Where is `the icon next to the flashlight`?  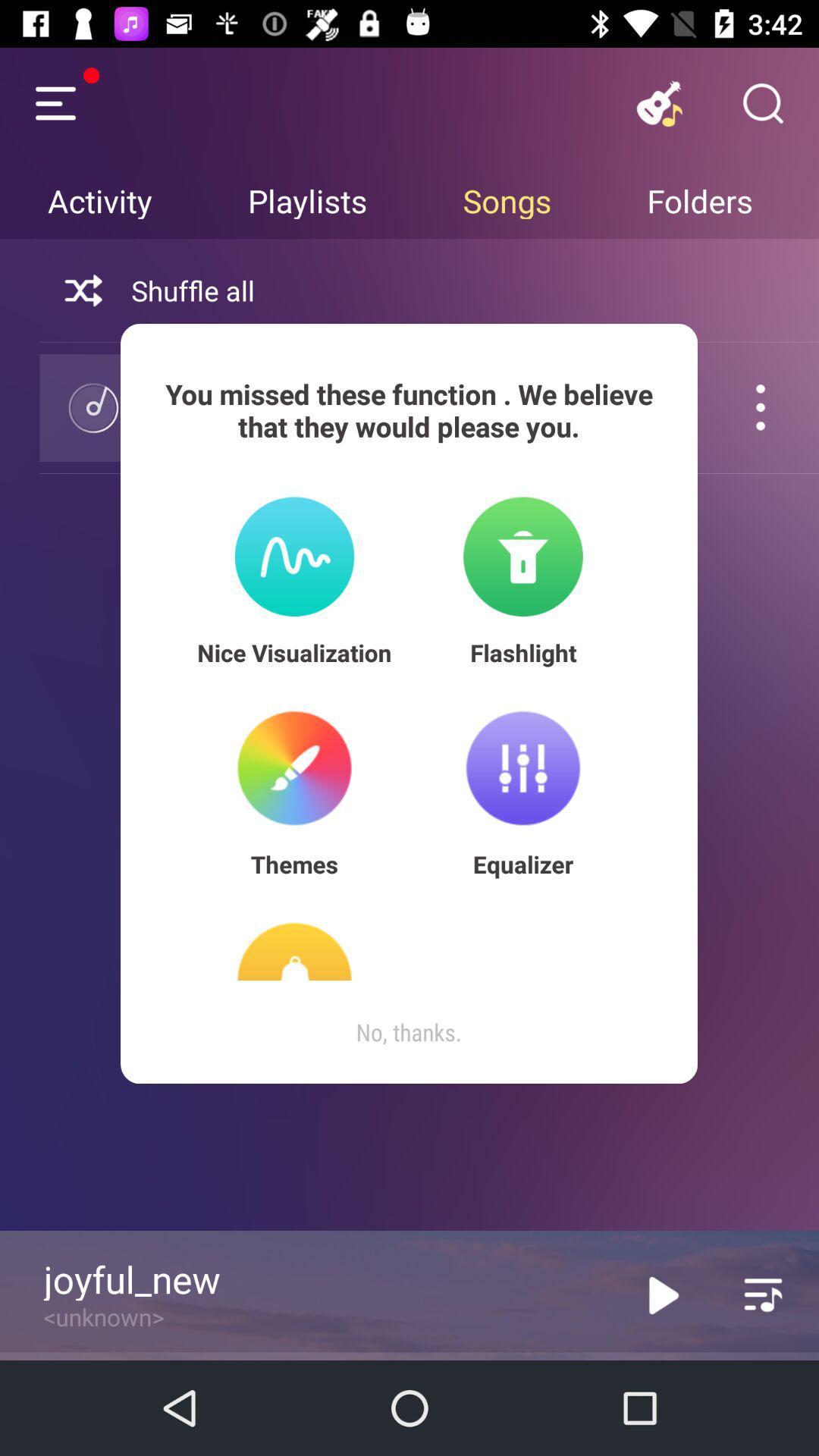
the icon next to the flashlight is located at coordinates (294, 652).